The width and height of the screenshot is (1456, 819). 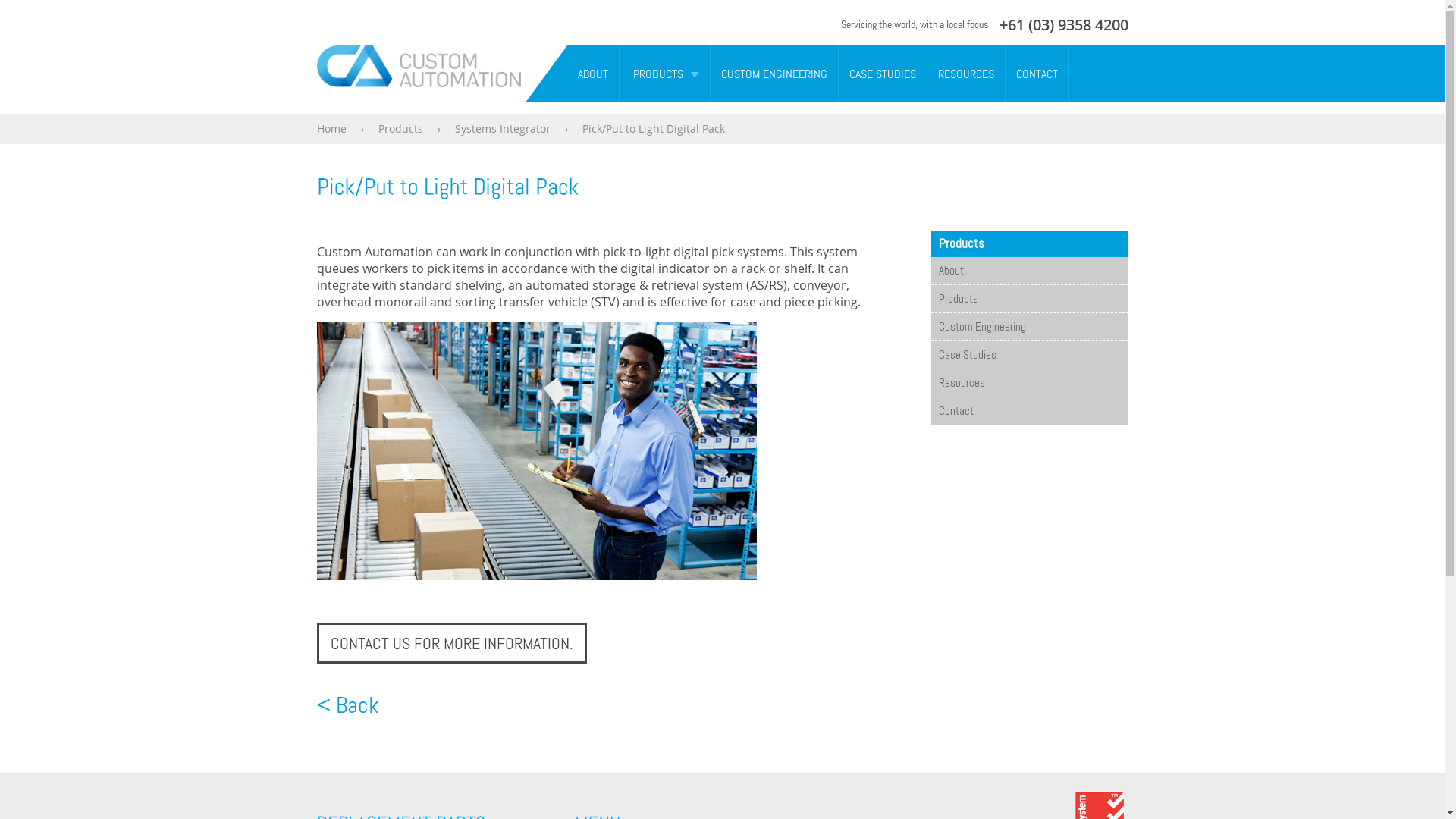 What do you see at coordinates (930, 411) in the screenshot?
I see `'Contact'` at bounding box center [930, 411].